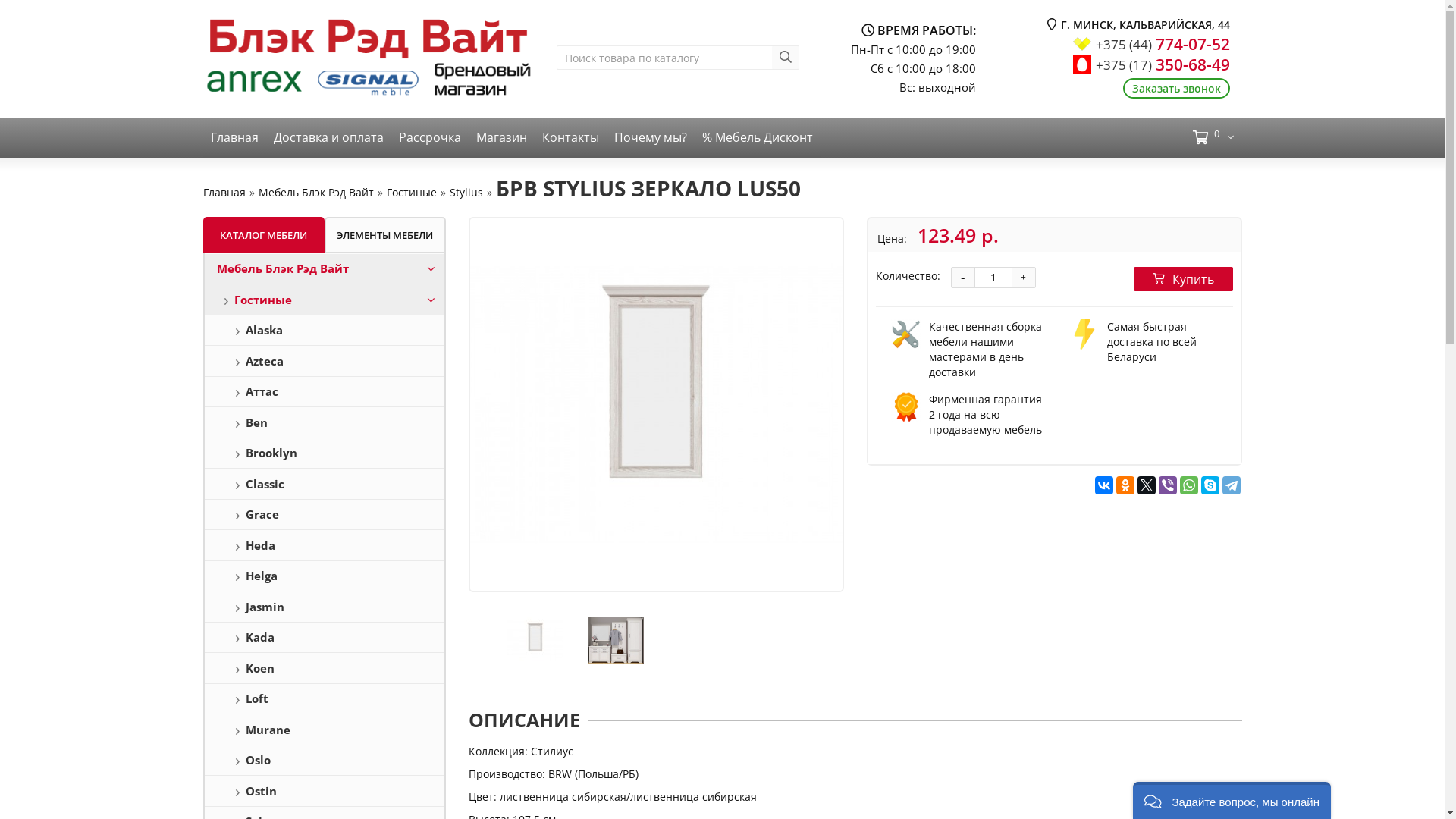  What do you see at coordinates (1162, 42) in the screenshot?
I see `'+375 (44) 774-07-52'` at bounding box center [1162, 42].